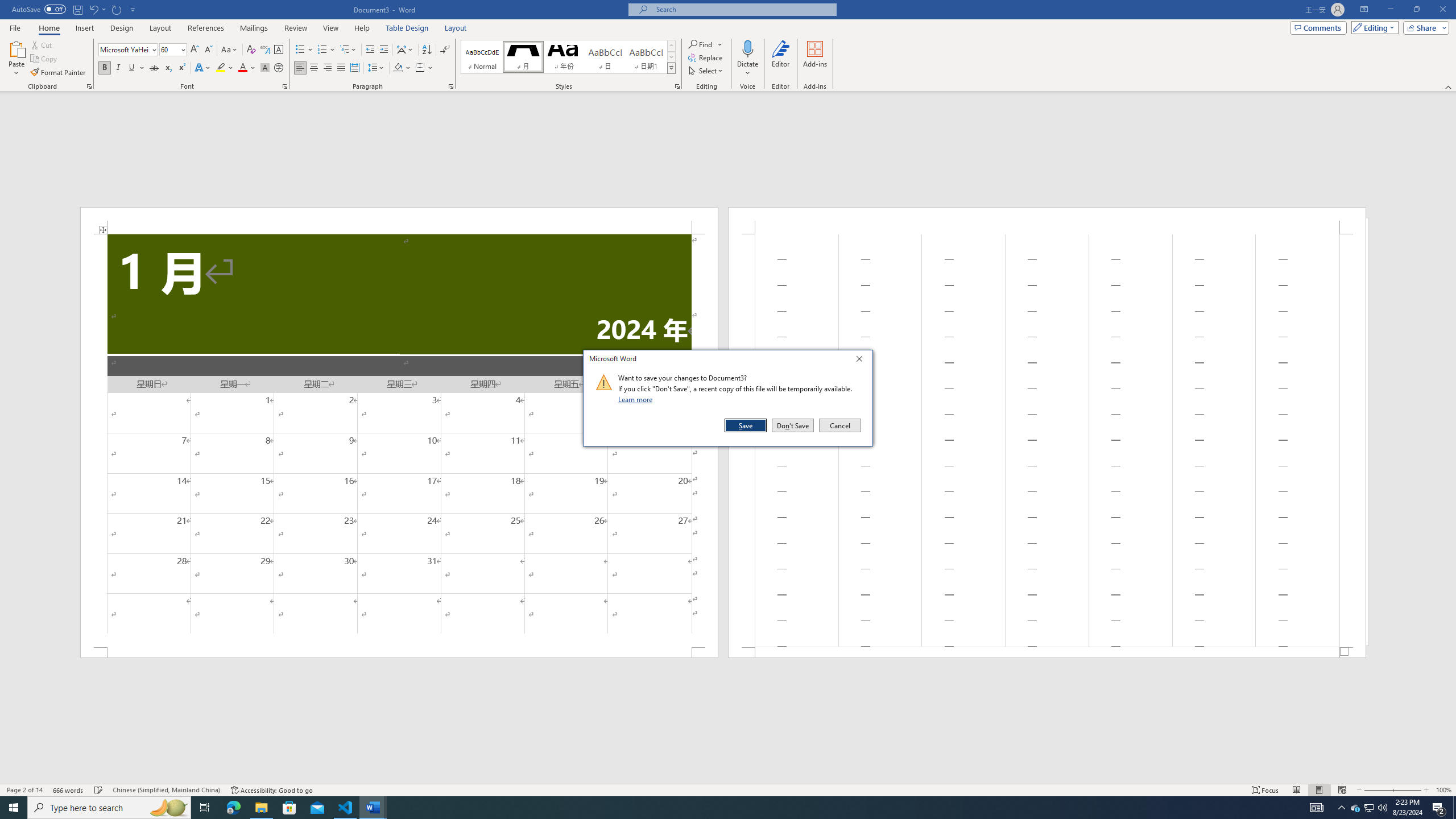  What do you see at coordinates (117, 9) in the screenshot?
I see `'Repeat Style'` at bounding box center [117, 9].